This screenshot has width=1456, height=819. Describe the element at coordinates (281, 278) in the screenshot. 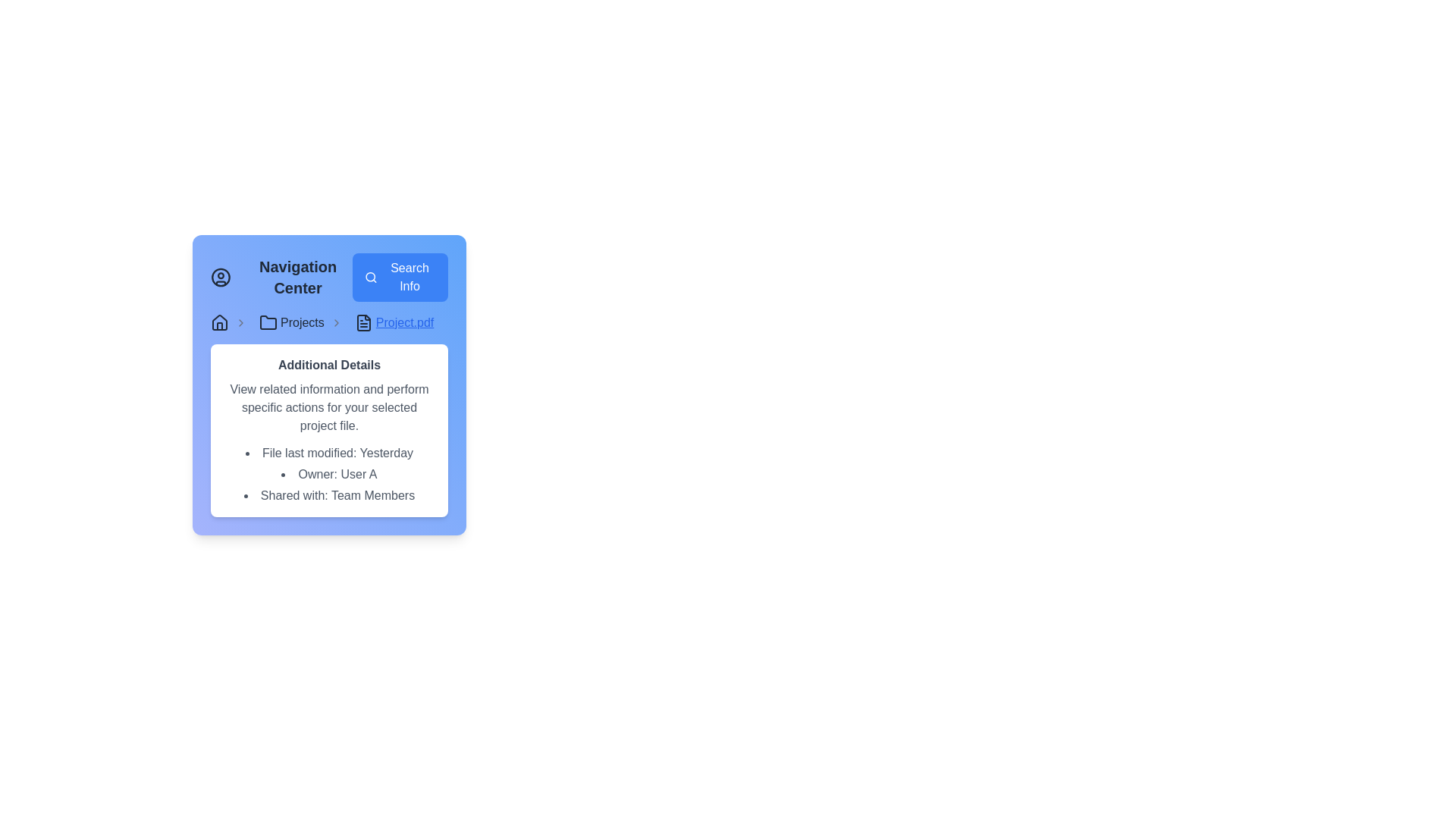

I see `the Text and icon display group containing the user icon and the text 'Navigation Center' positioned in the upper-left corner of the toolbar` at that location.